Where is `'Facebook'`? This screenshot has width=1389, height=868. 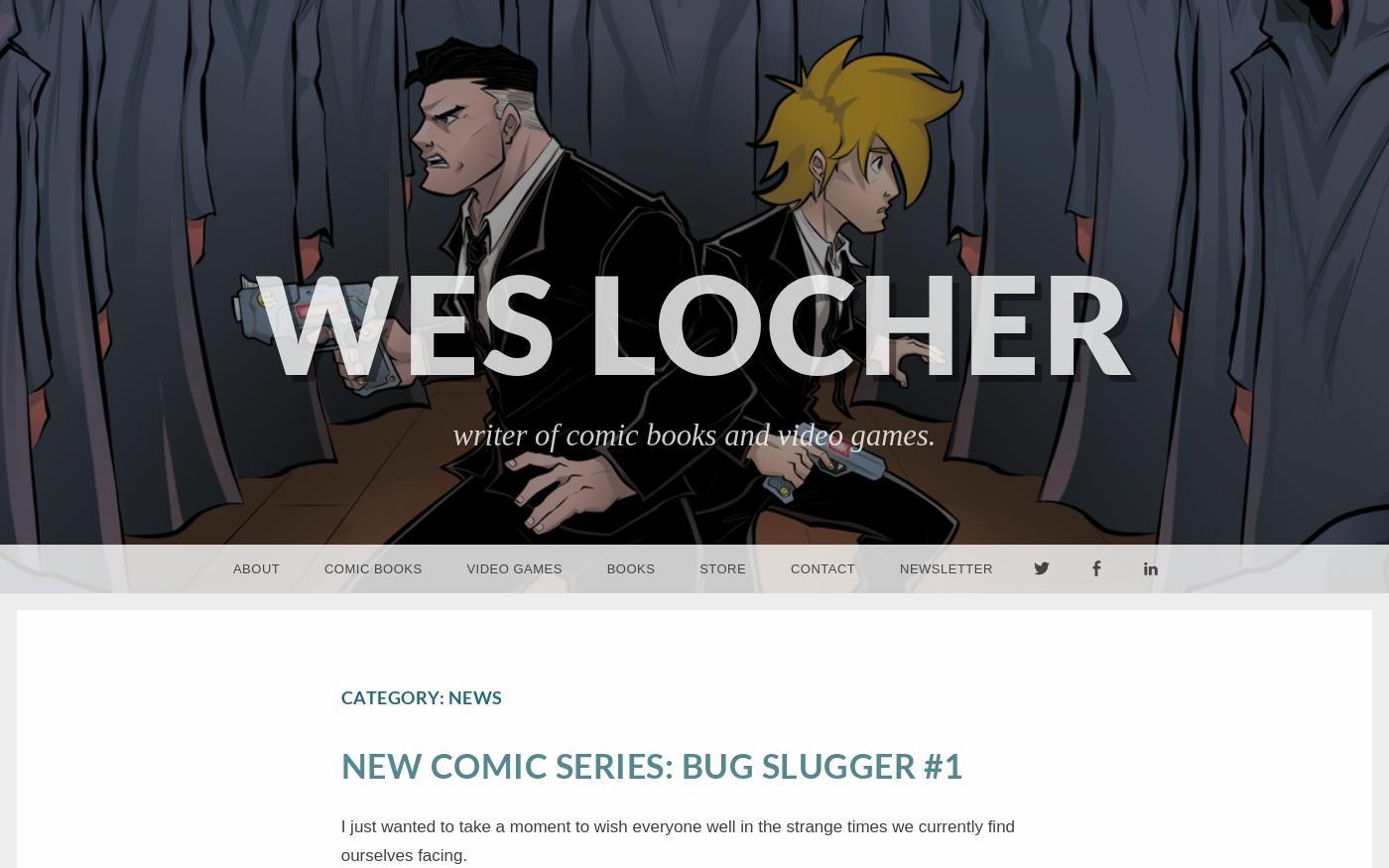 'Facebook' is located at coordinates (1096, 618).